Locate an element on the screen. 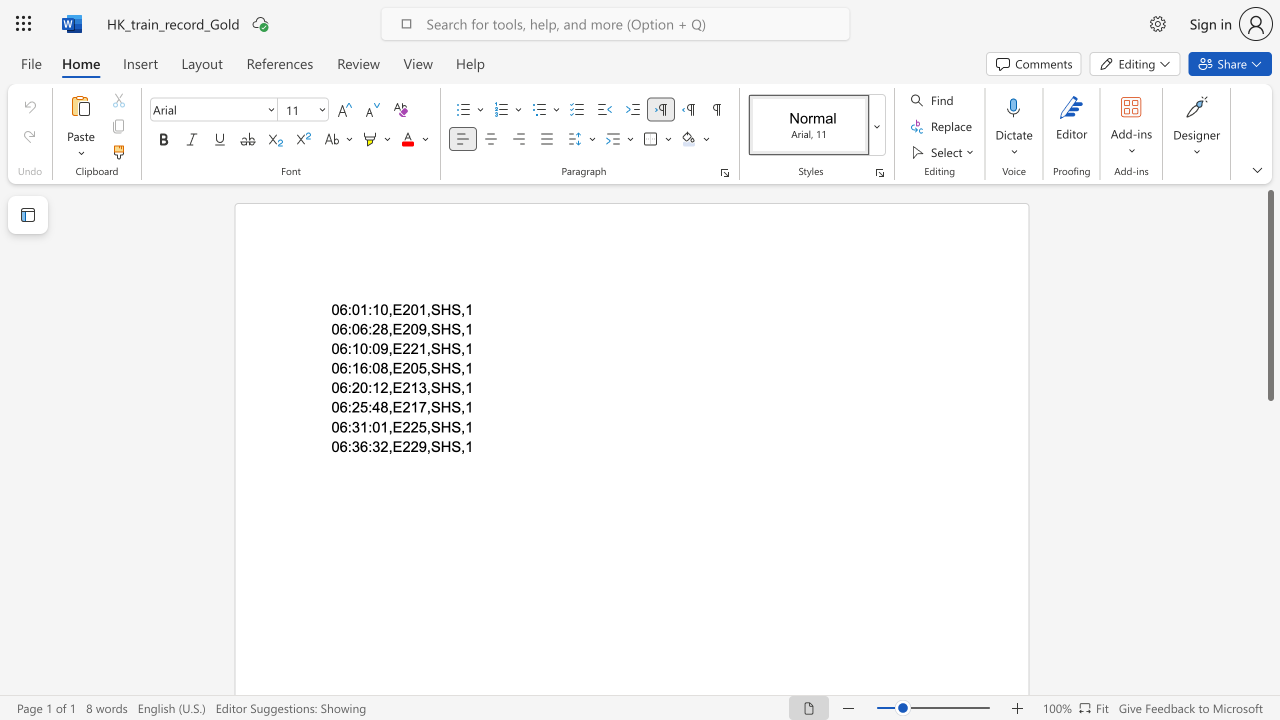 This screenshot has width=1280, height=720. the right-hand scrollbar to descend the page is located at coordinates (1269, 660).